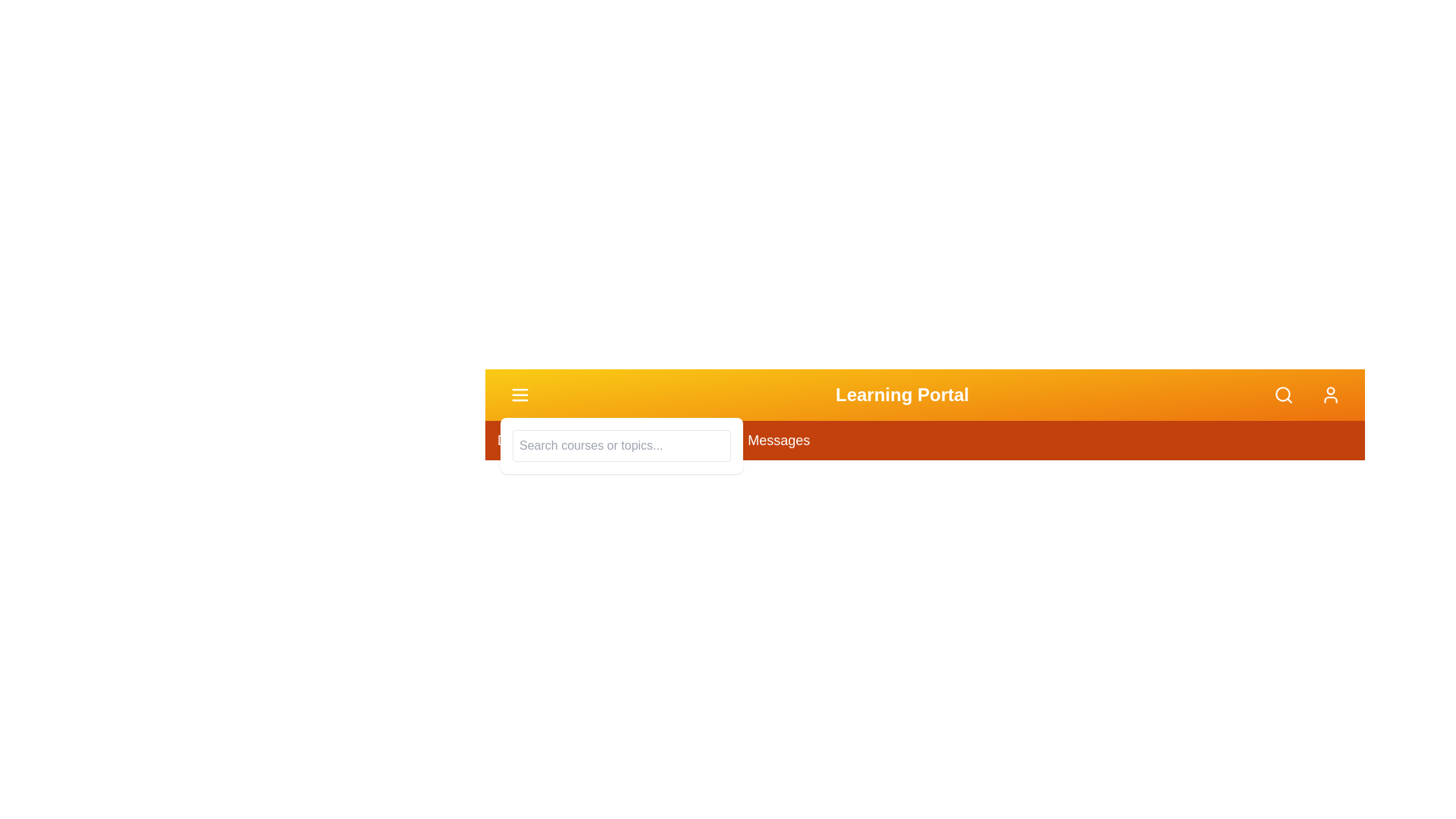 Image resolution: width=1456 pixels, height=819 pixels. What do you see at coordinates (1283, 394) in the screenshot?
I see `the search button to activate the search panel` at bounding box center [1283, 394].